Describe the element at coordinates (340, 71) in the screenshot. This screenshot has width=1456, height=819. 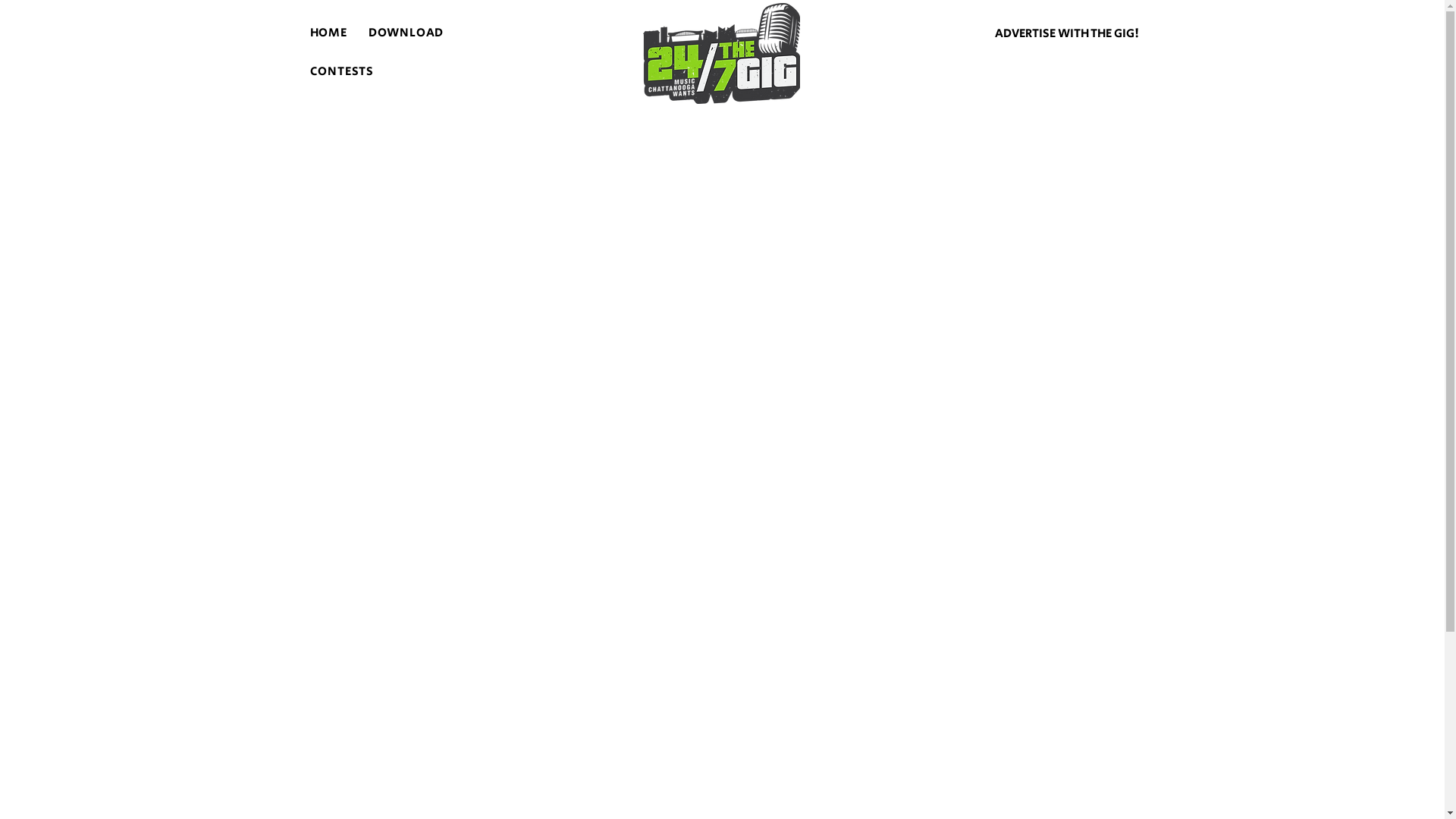
I see `'CONTESTS'` at that location.